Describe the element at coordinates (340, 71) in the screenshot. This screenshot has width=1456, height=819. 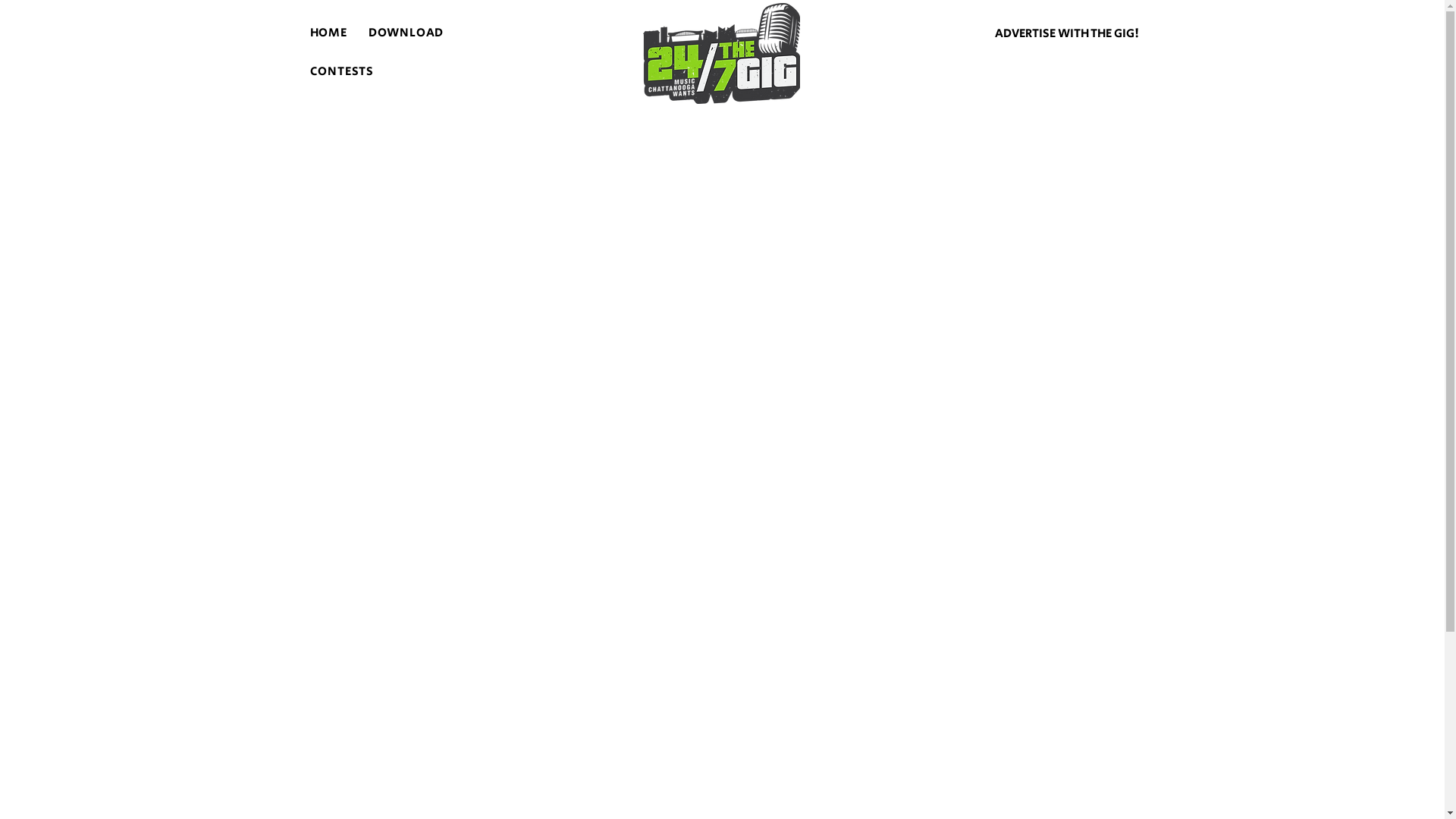
I see `'CONTESTS'` at that location.